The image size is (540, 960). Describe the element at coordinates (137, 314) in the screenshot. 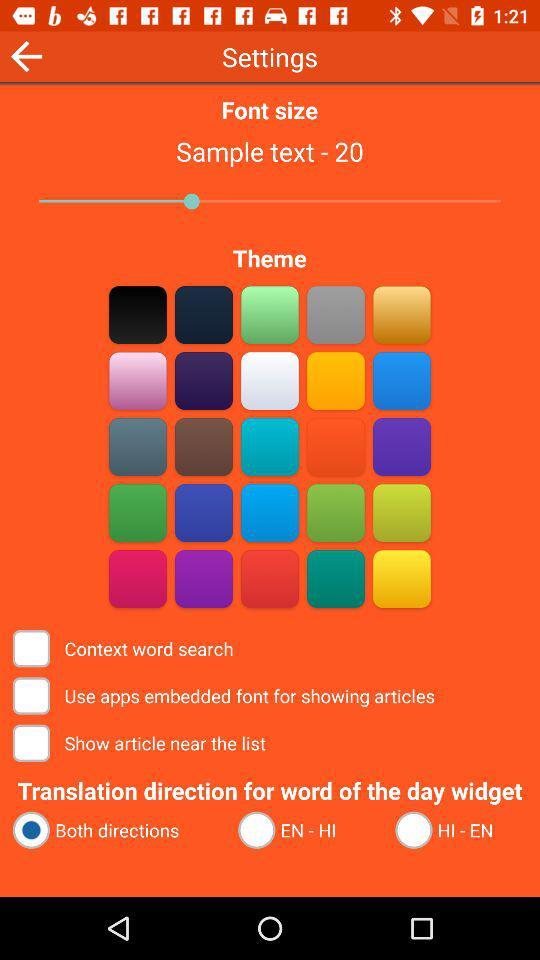

I see `theme color` at that location.